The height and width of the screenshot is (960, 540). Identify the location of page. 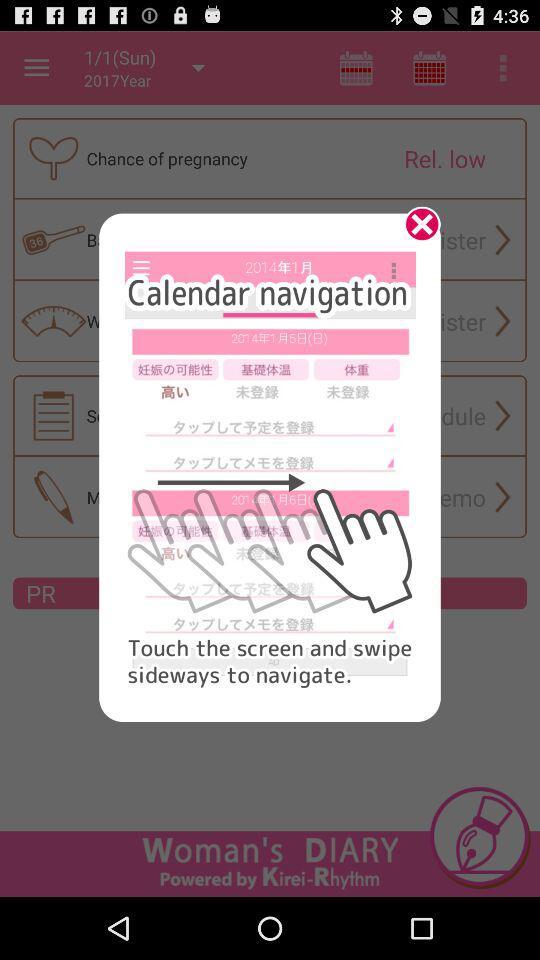
(414, 231).